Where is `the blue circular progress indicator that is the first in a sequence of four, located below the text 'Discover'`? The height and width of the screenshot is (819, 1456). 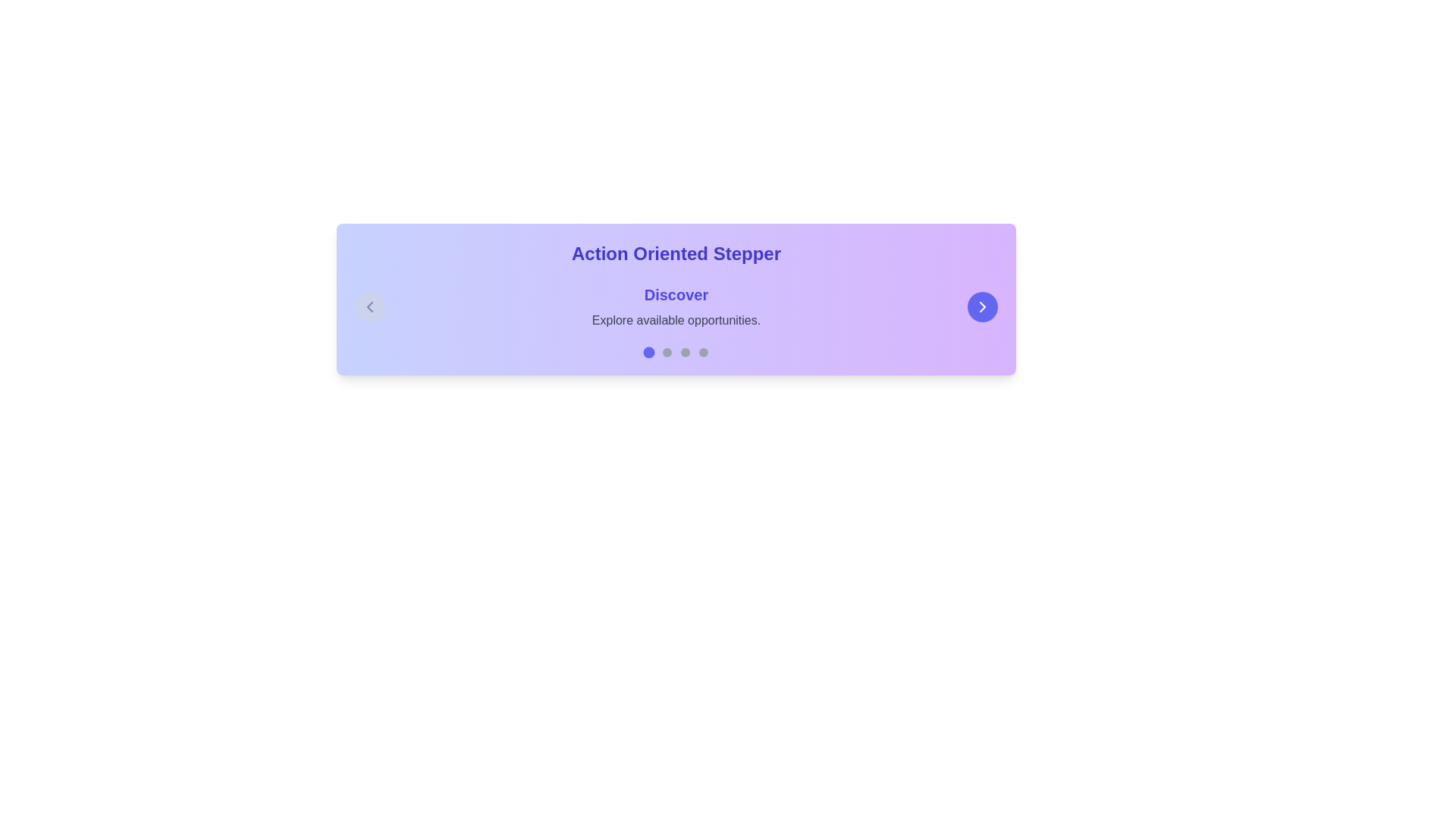 the blue circular progress indicator that is the first in a sequence of four, located below the text 'Discover' is located at coordinates (648, 353).